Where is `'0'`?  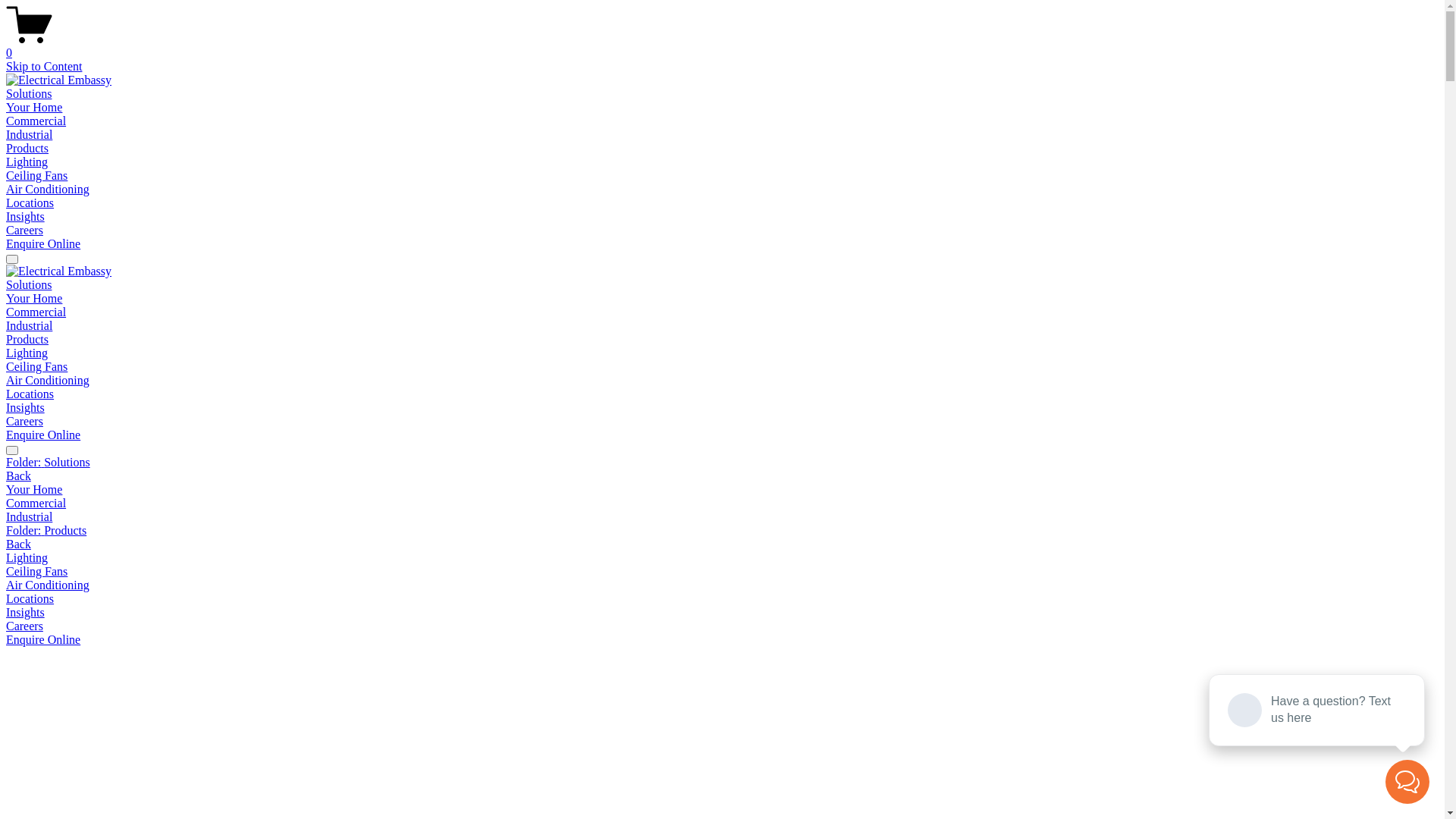
'0' is located at coordinates (721, 45).